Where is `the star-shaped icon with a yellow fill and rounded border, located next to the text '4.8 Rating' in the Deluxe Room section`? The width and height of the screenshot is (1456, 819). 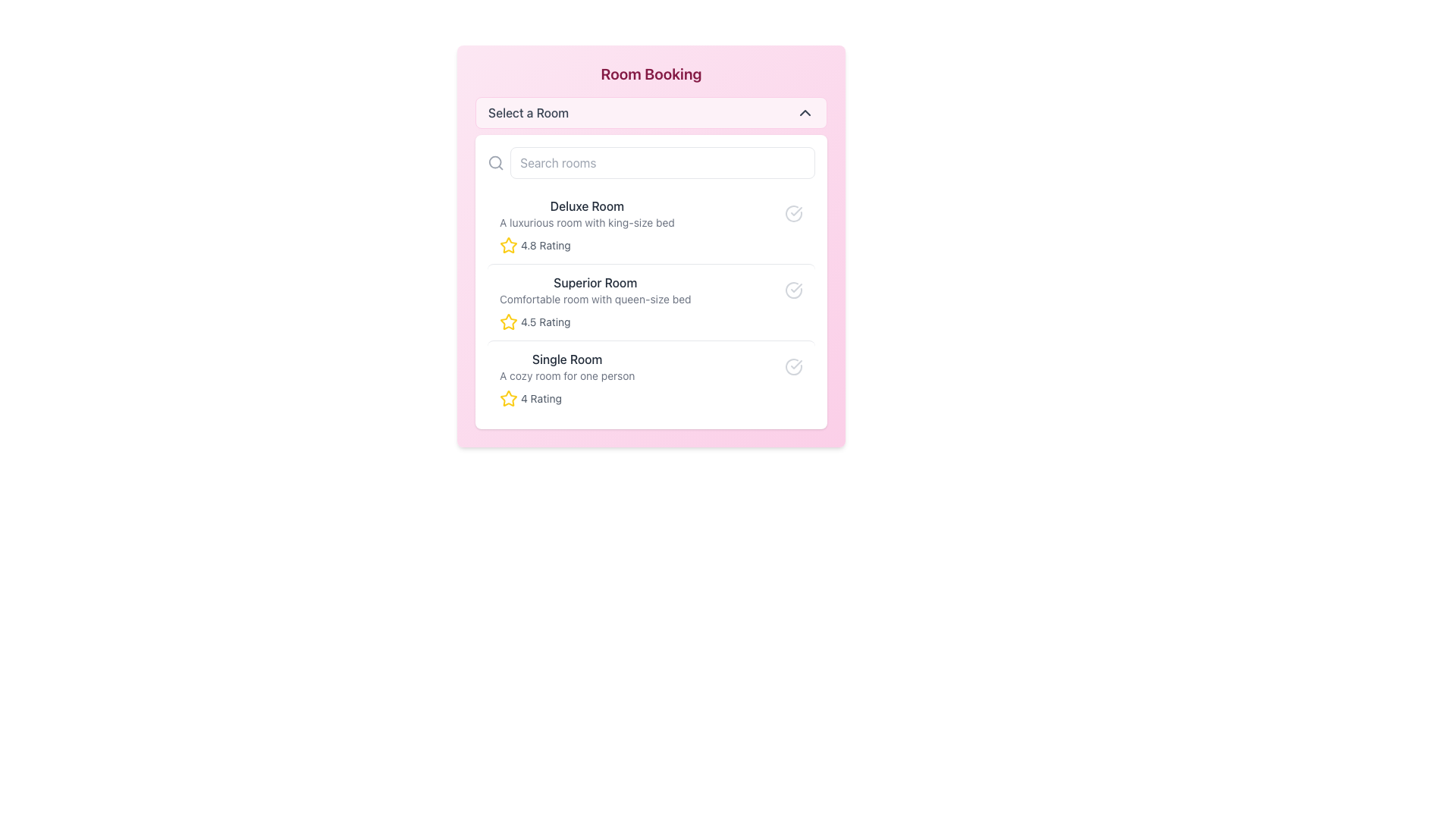
the star-shaped icon with a yellow fill and rounded border, located next to the text '4.8 Rating' in the Deluxe Room section is located at coordinates (509, 245).